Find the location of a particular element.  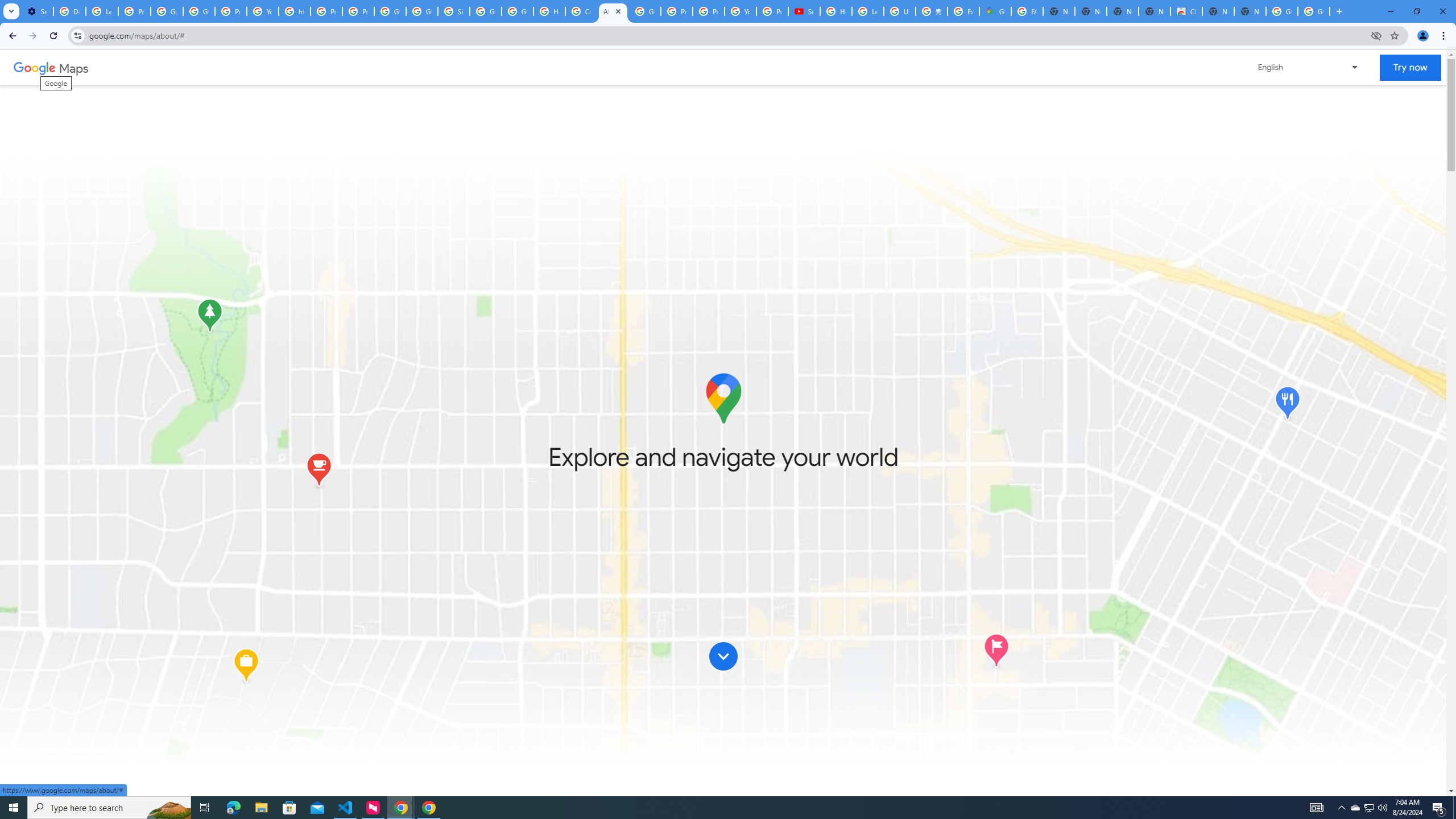

'Privacy Help Center - Policies Help' is located at coordinates (676, 11).